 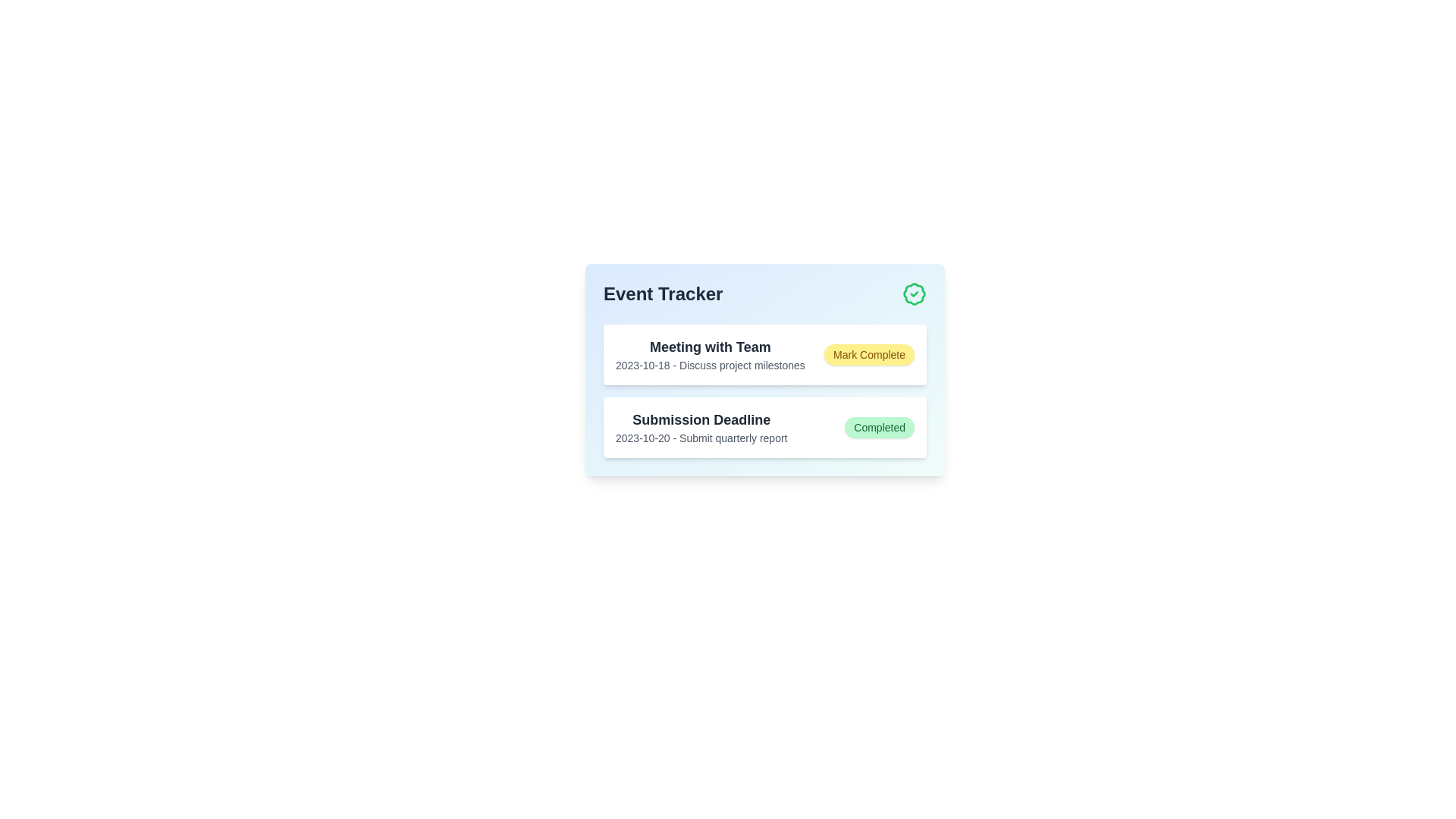 What do you see at coordinates (880, 427) in the screenshot?
I see `the status indicator badge located to the far right of the 'Submission Deadline' row, adjacent to the text '2023-10-20 - Submit quarterly report'` at bounding box center [880, 427].